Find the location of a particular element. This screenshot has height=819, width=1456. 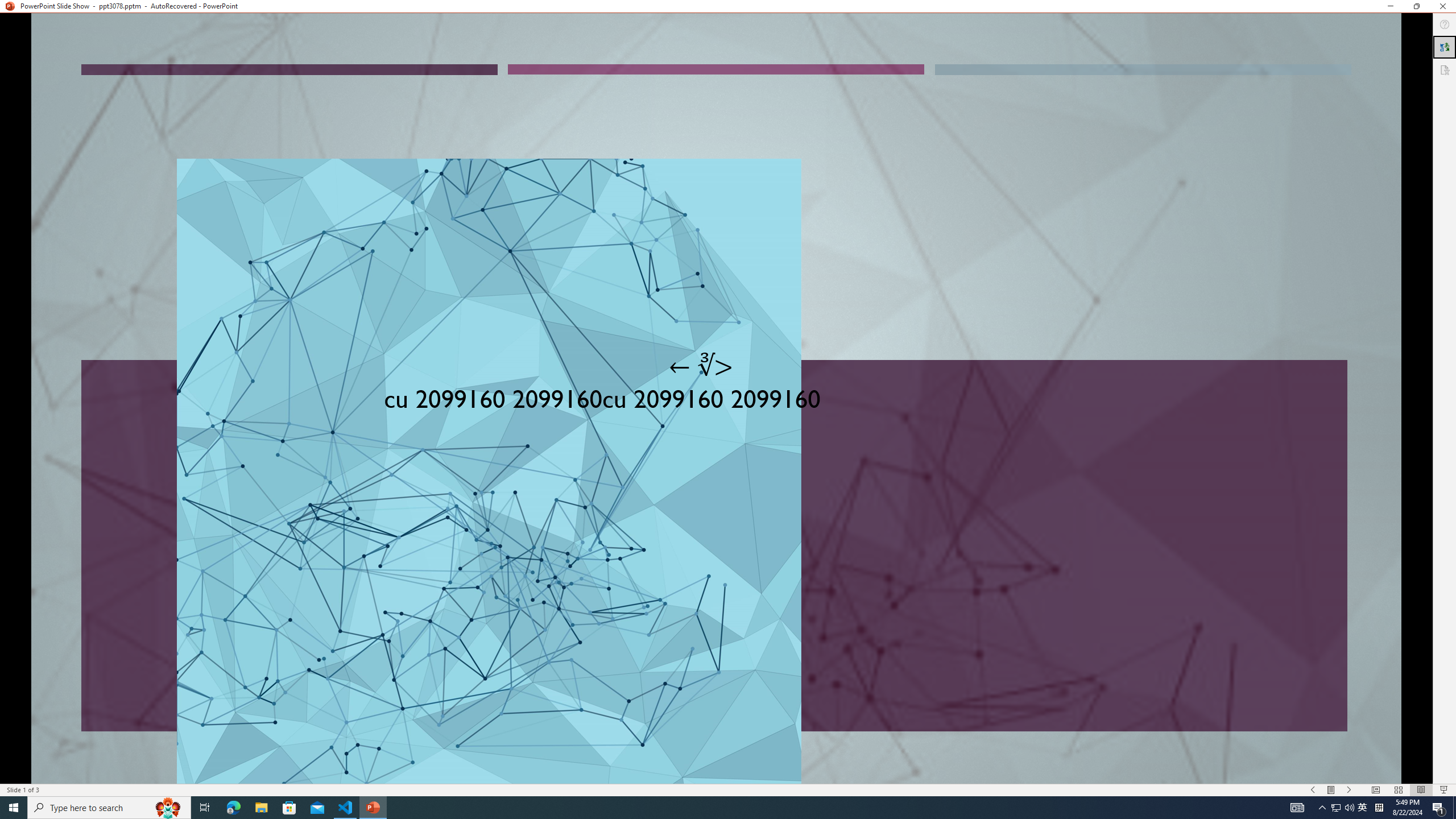

'System' is located at coordinates (6, 5).